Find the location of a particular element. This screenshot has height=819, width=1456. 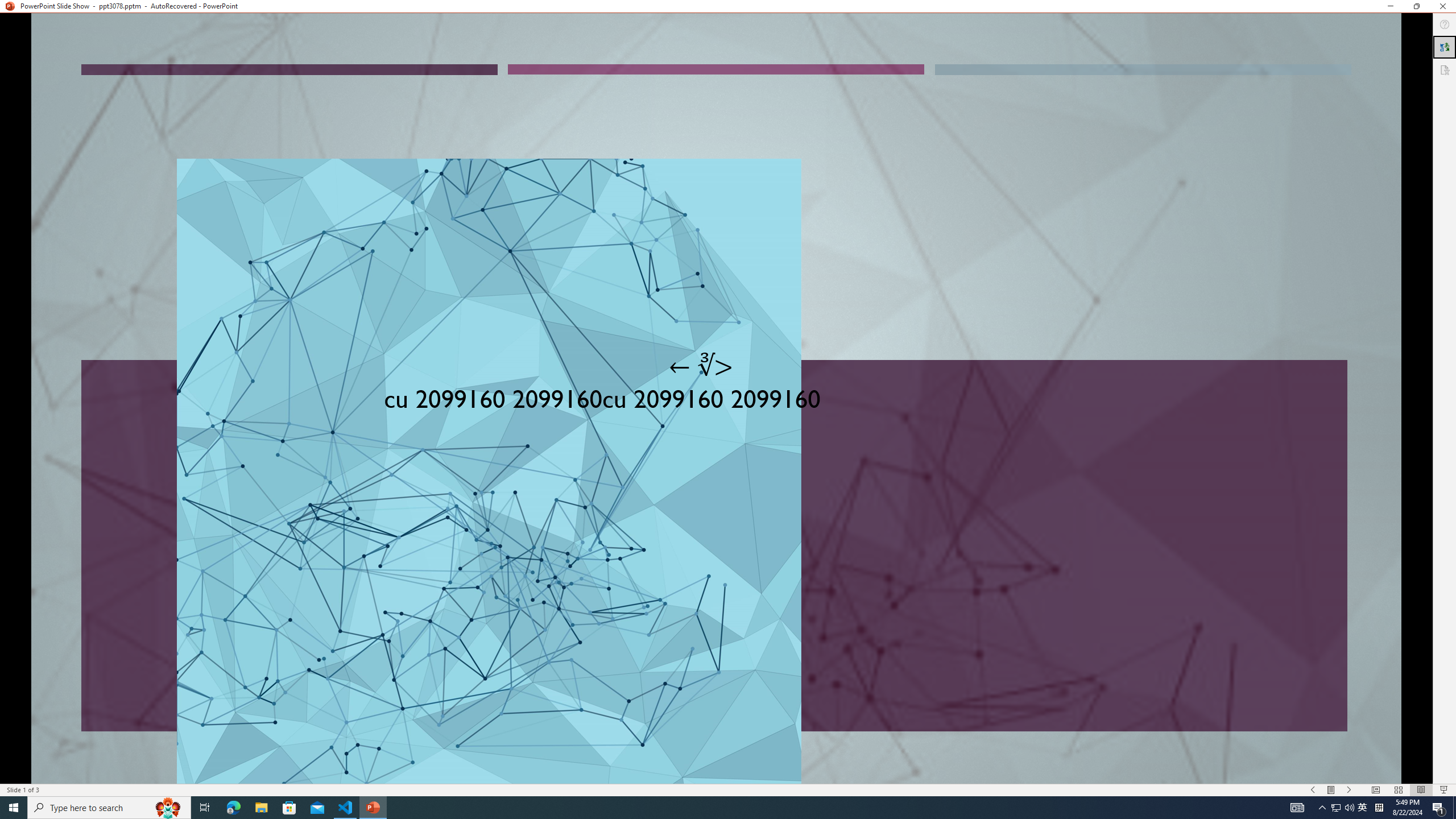

'System' is located at coordinates (6, 5).